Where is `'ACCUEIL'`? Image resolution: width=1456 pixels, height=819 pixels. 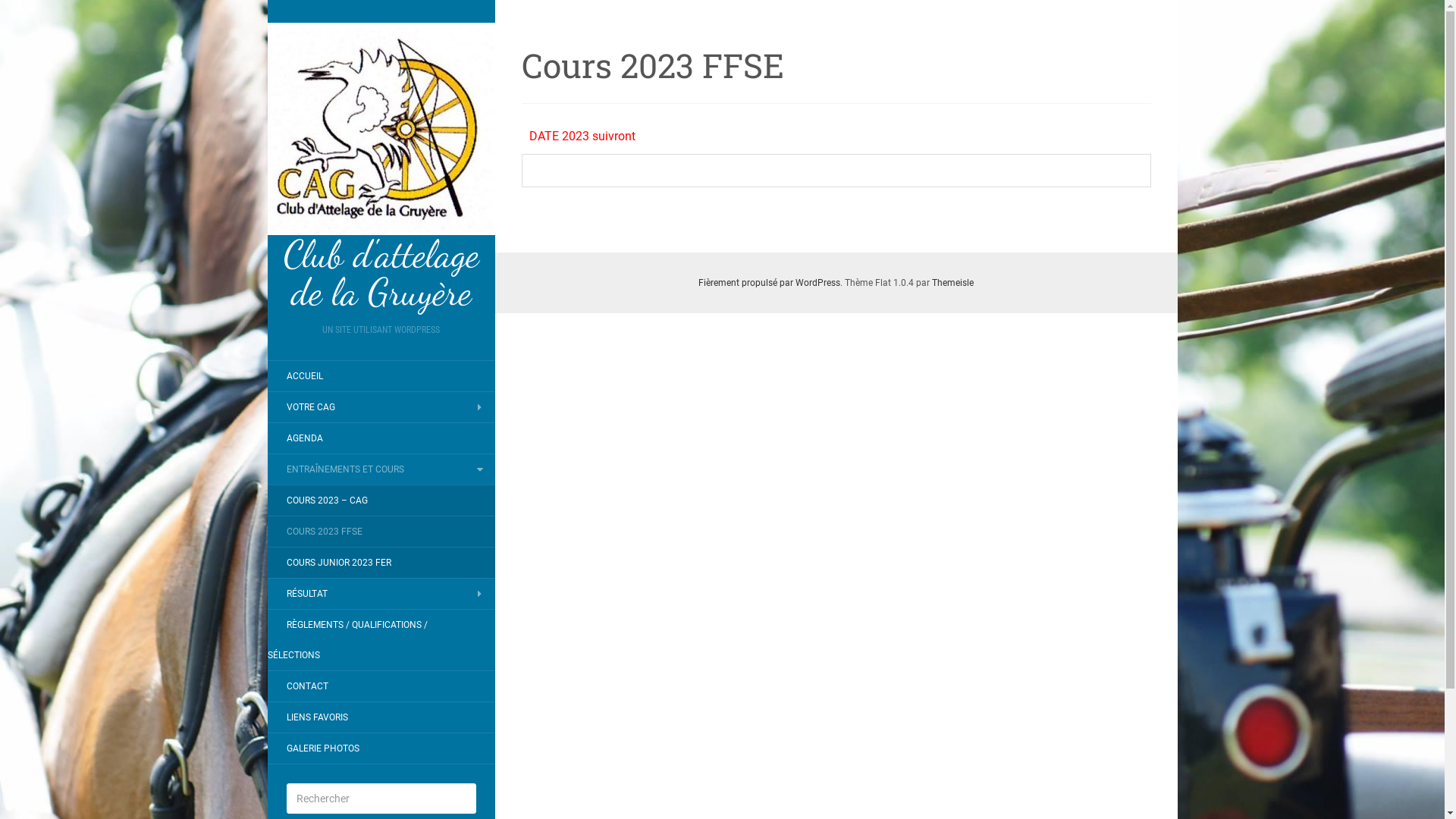
'ACCUEIL' is located at coordinates (266, 375).